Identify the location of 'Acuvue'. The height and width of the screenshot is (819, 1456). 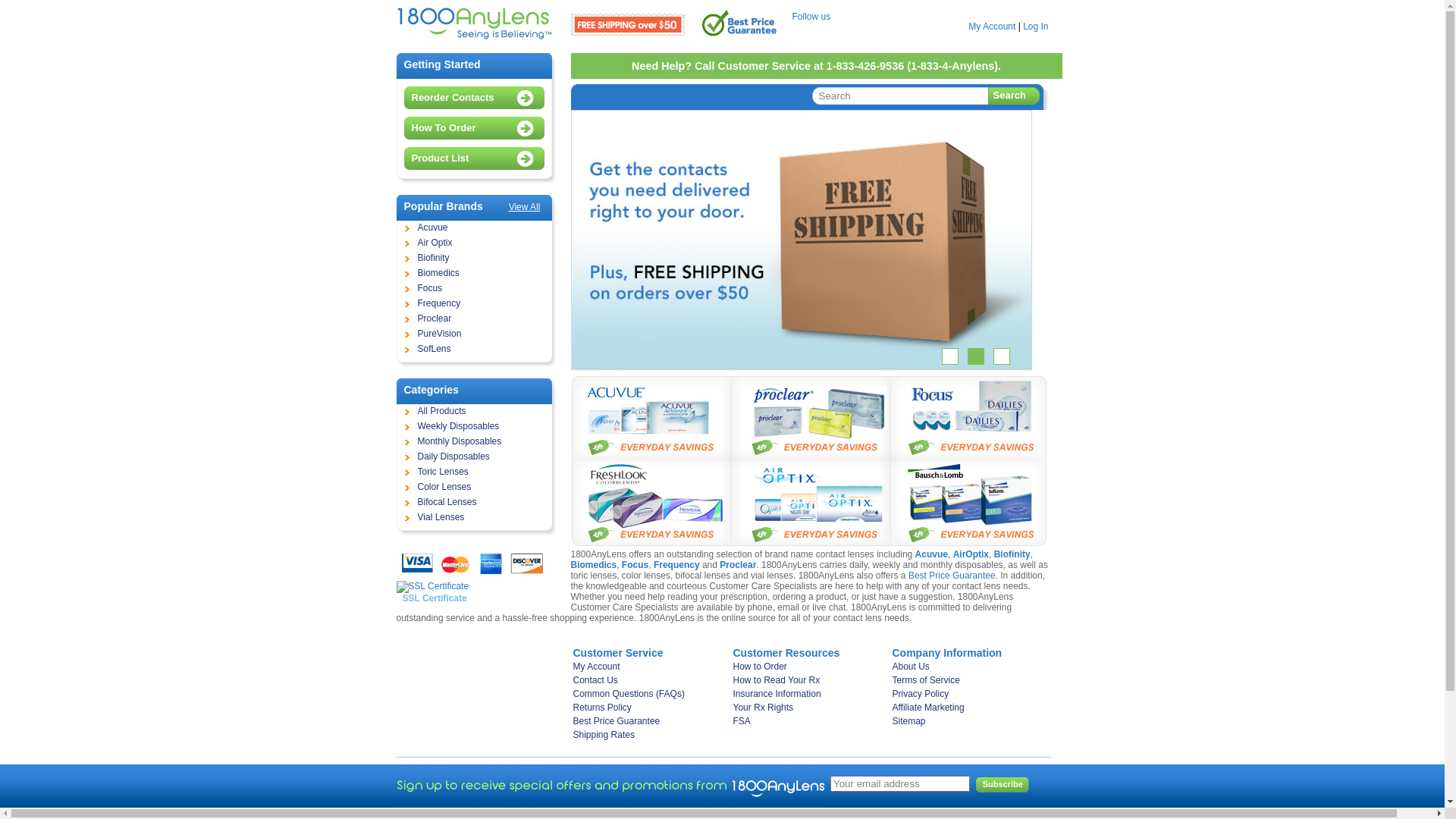
(473, 227).